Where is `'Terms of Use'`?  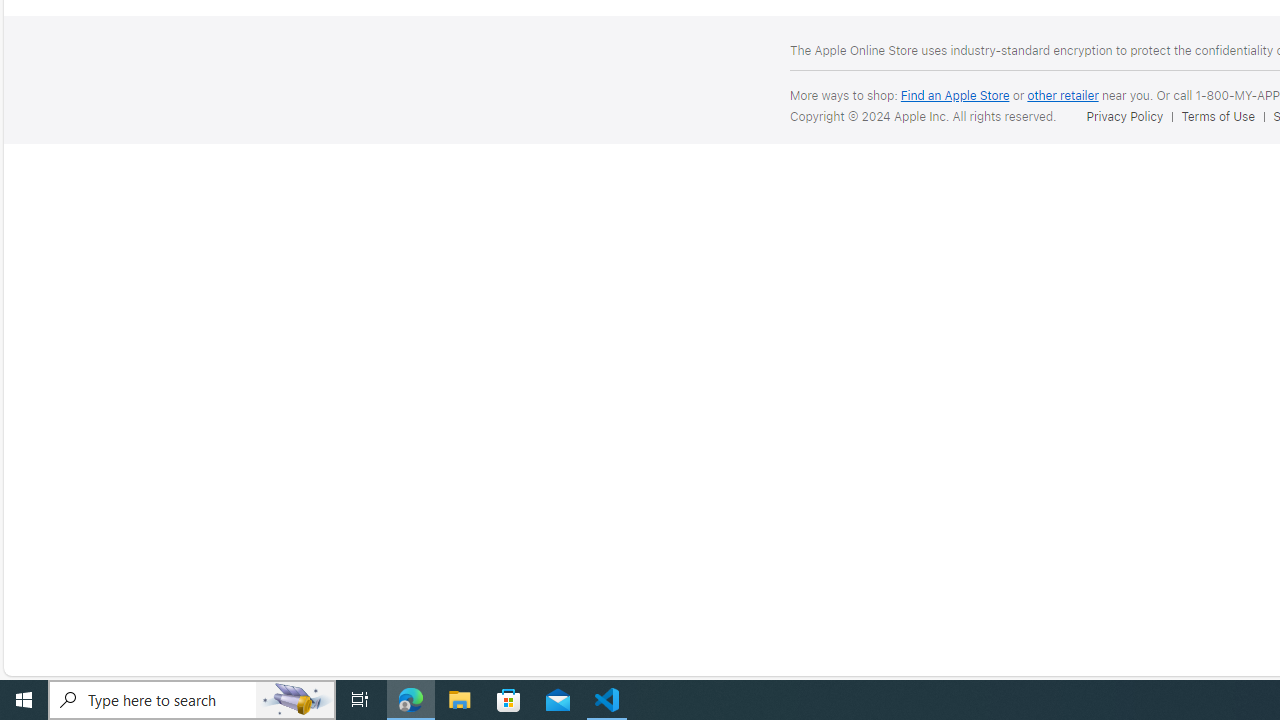
'Terms of Use' is located at coordinates (1222, 116).